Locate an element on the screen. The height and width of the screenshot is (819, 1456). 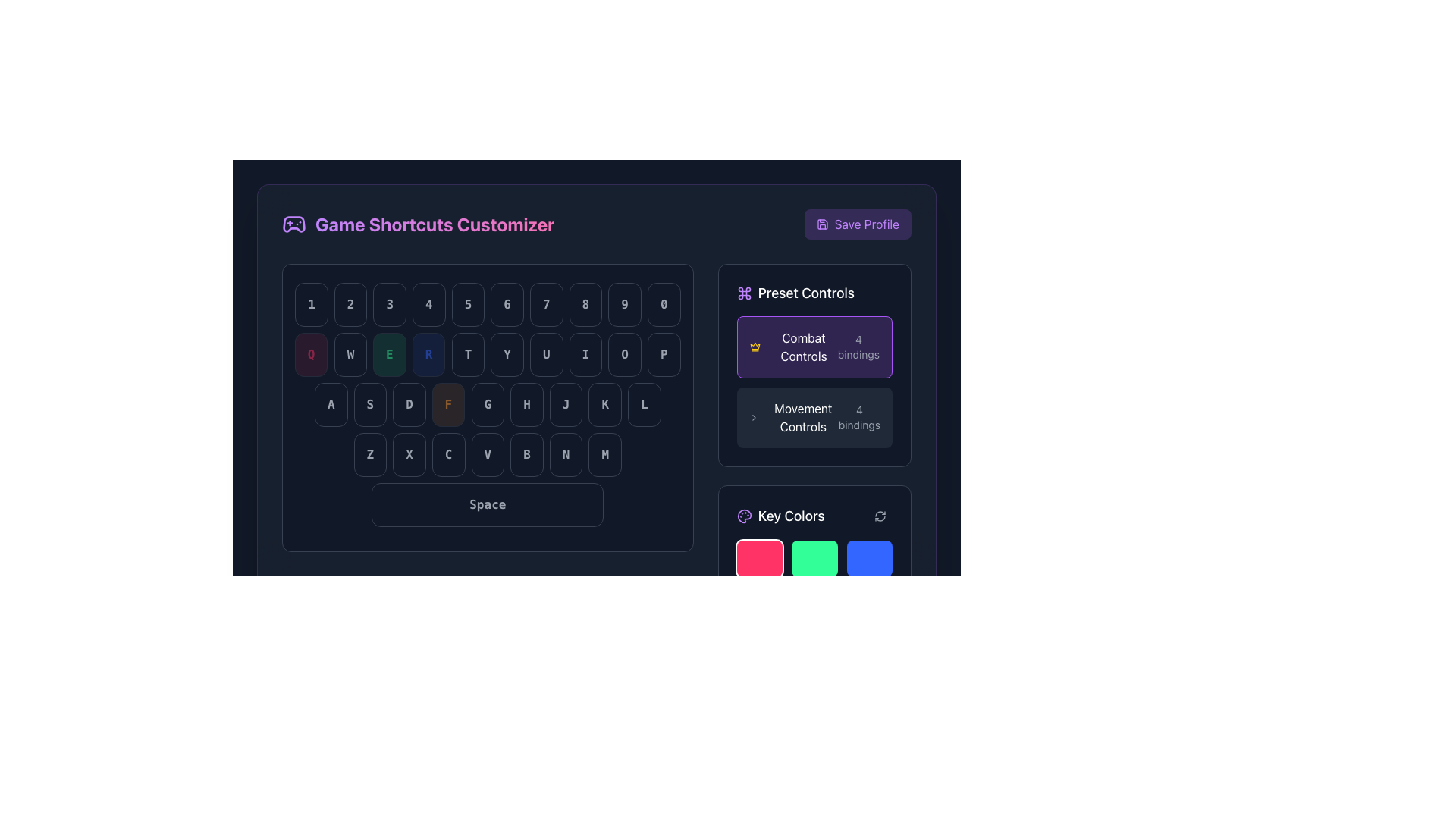
the button labeled 'D', which is a rectangular button with rounded corners and a dark background, as part of the control configuration is located at coordinates (409, 403).